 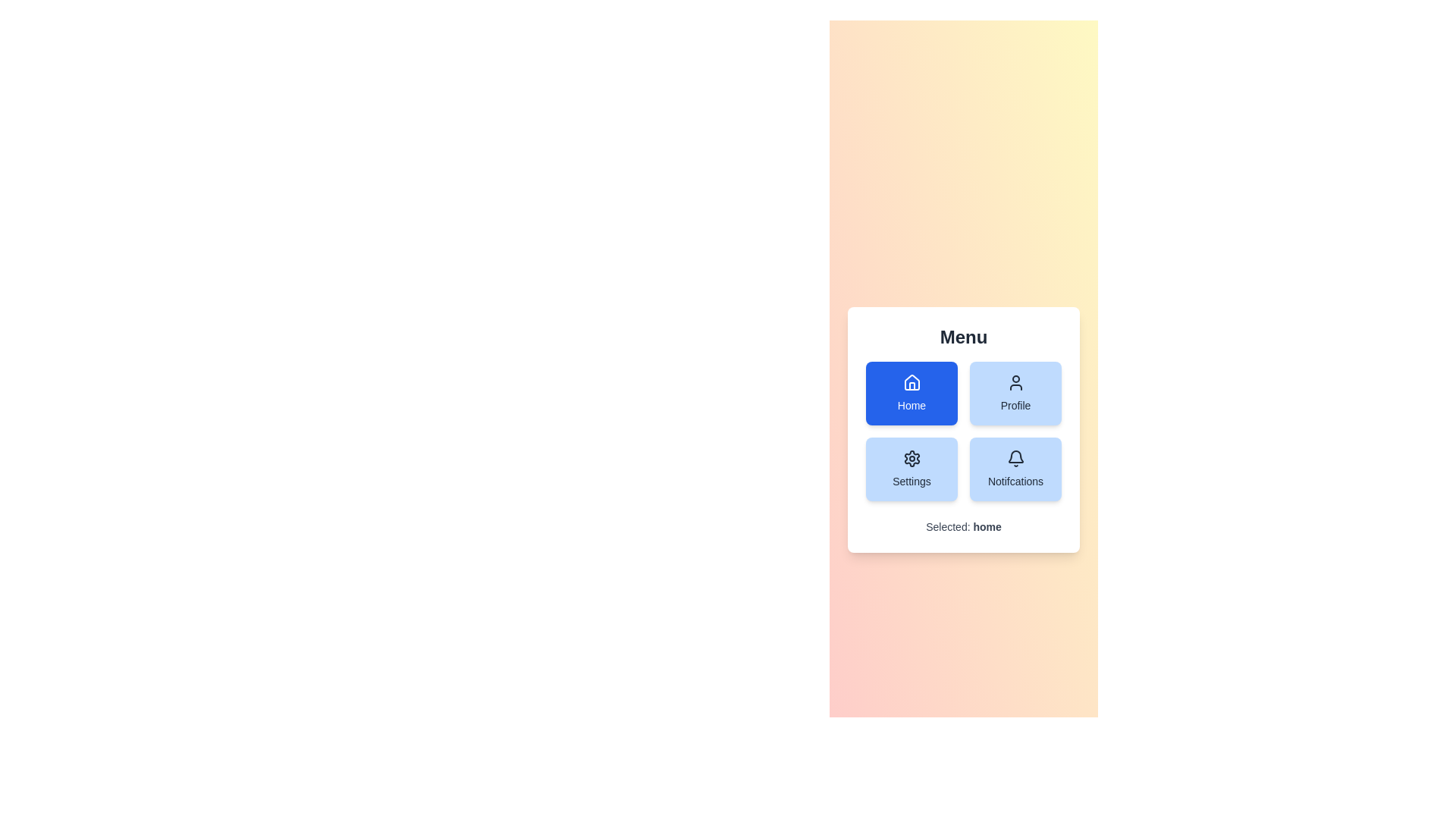 What do you see at coordinates (911, 468) in the screenshot?
I see `the Settings button to select it` at bounding box center [911, 468].